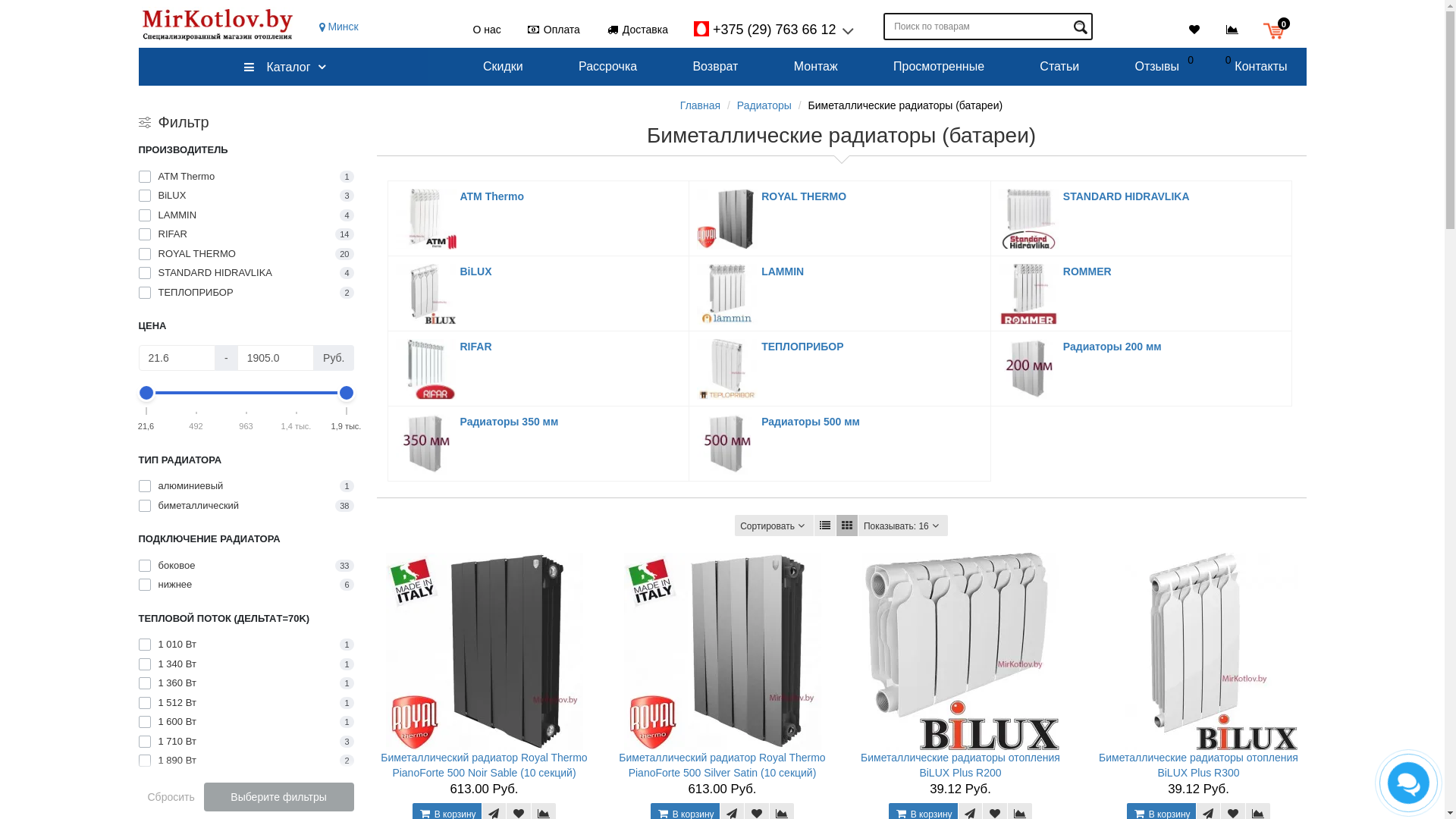 Image resolution: width=1456 pixels, height=819 pixels. What do you see at coordinates (687, 29) in the screenshot?
I see `'+375 (29) 763 66 12'` at bounding box center [687, 29].